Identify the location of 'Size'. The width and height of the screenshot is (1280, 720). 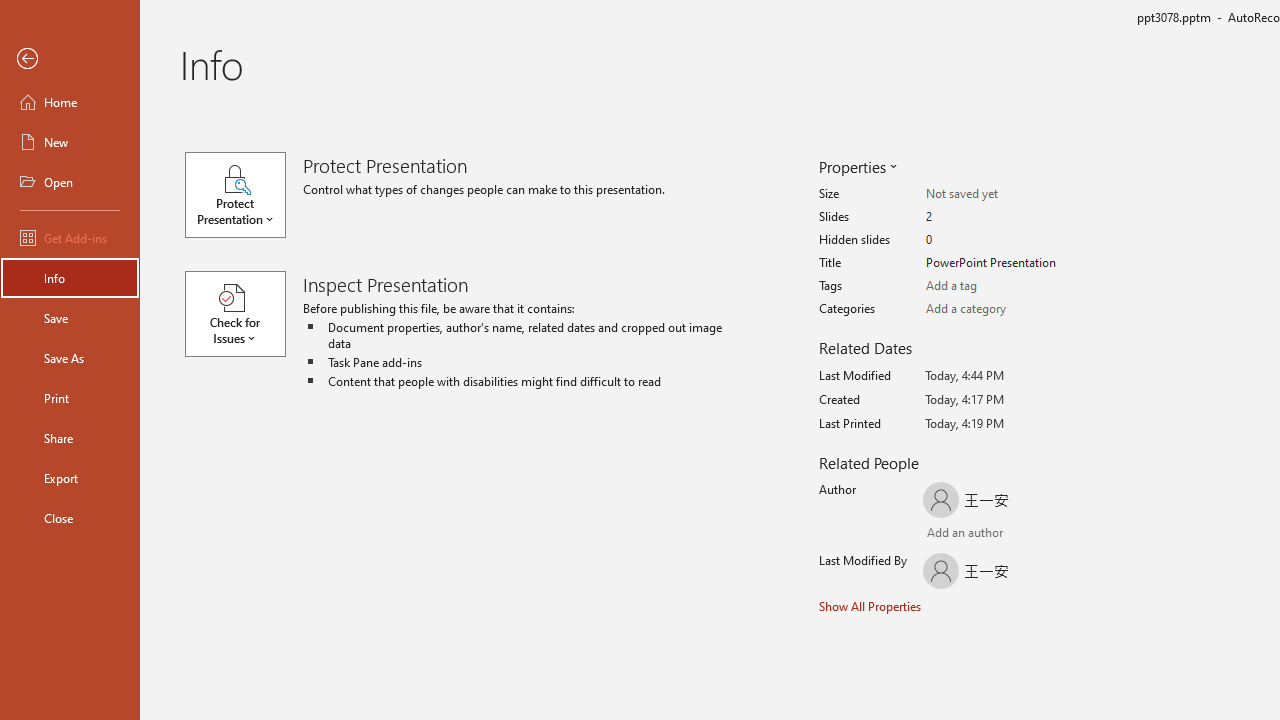
(1004, 194).